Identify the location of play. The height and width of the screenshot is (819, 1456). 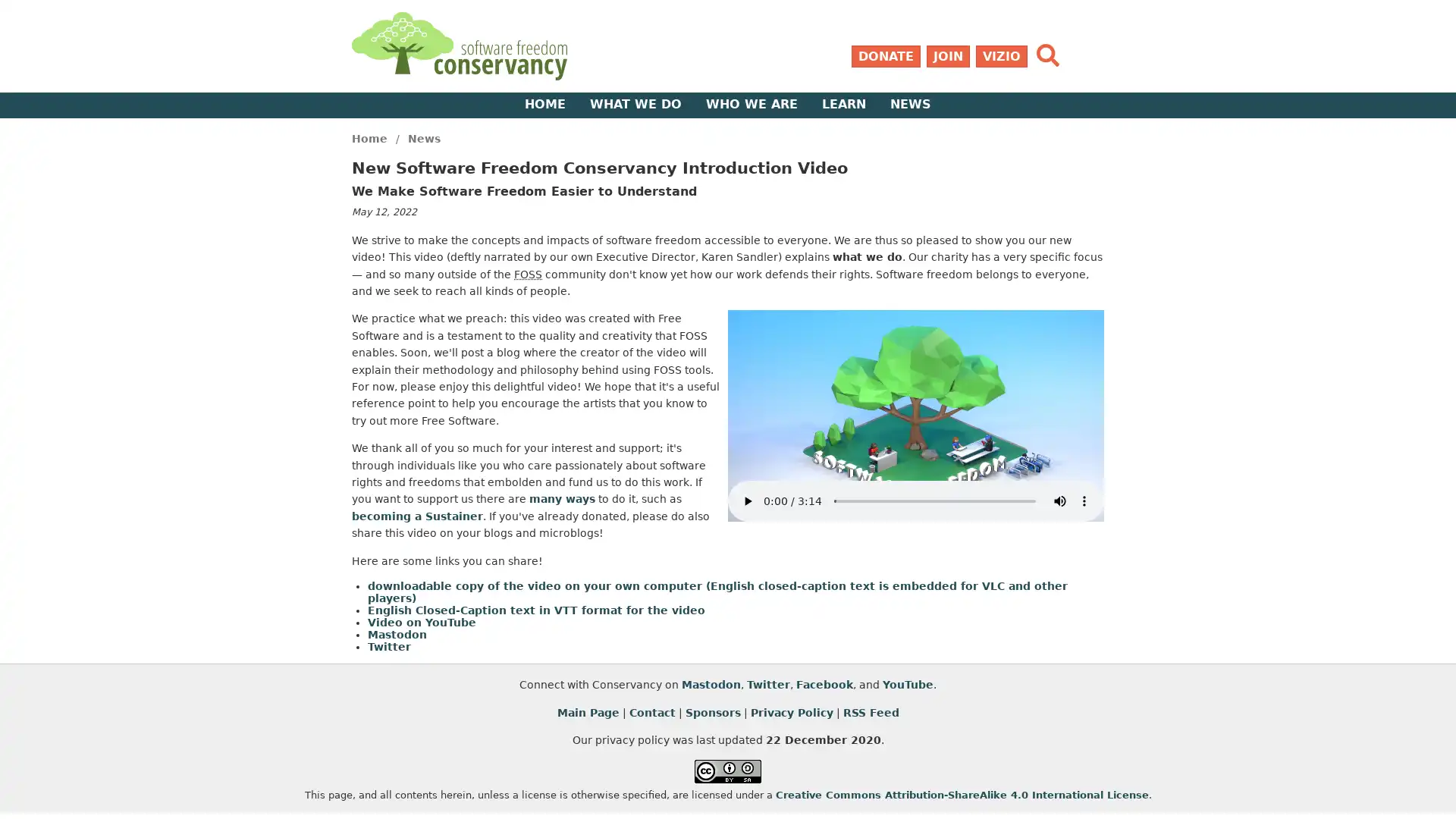
(747, 500).